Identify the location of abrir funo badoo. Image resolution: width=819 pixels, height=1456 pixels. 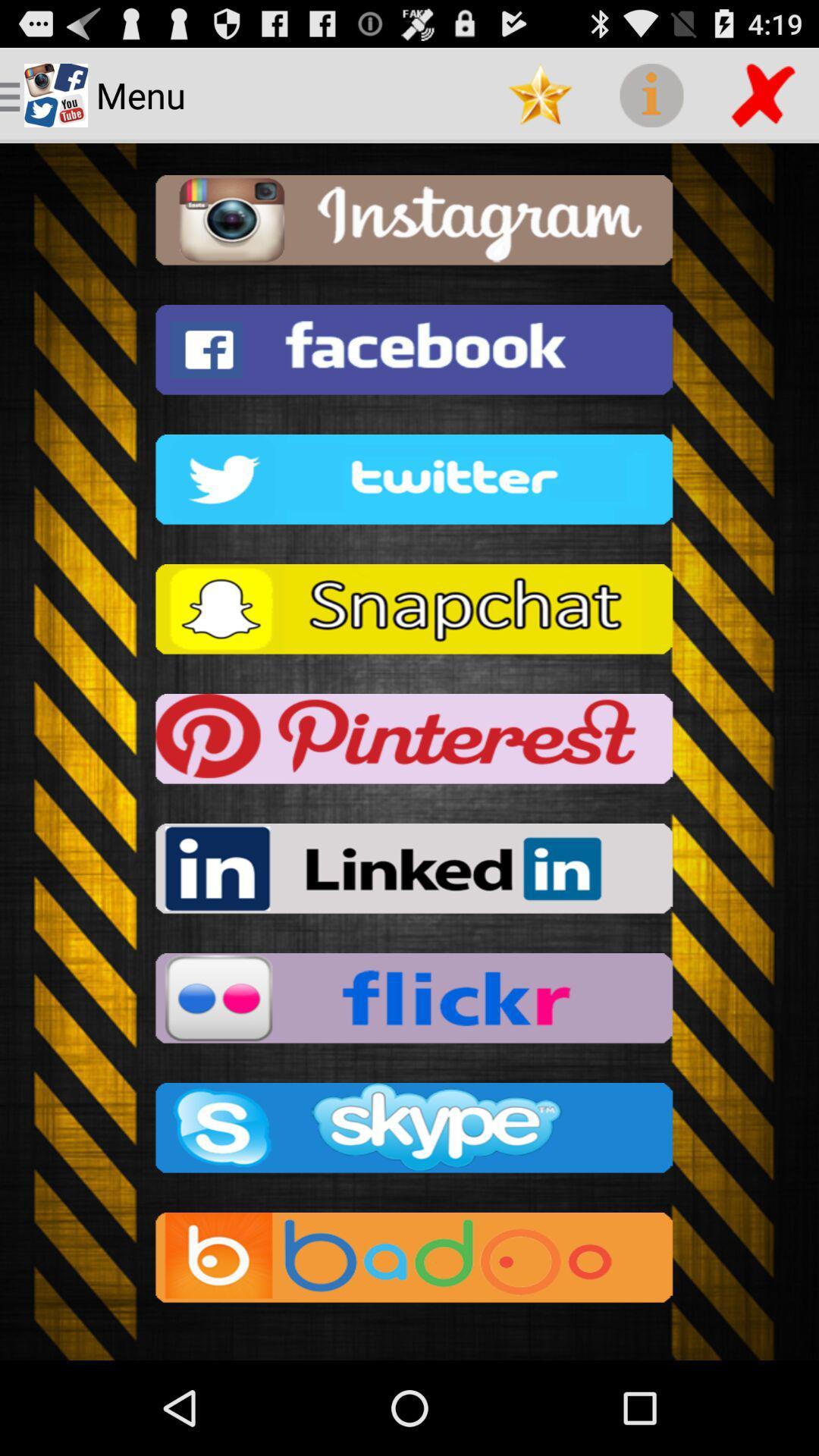
(409, 1262).